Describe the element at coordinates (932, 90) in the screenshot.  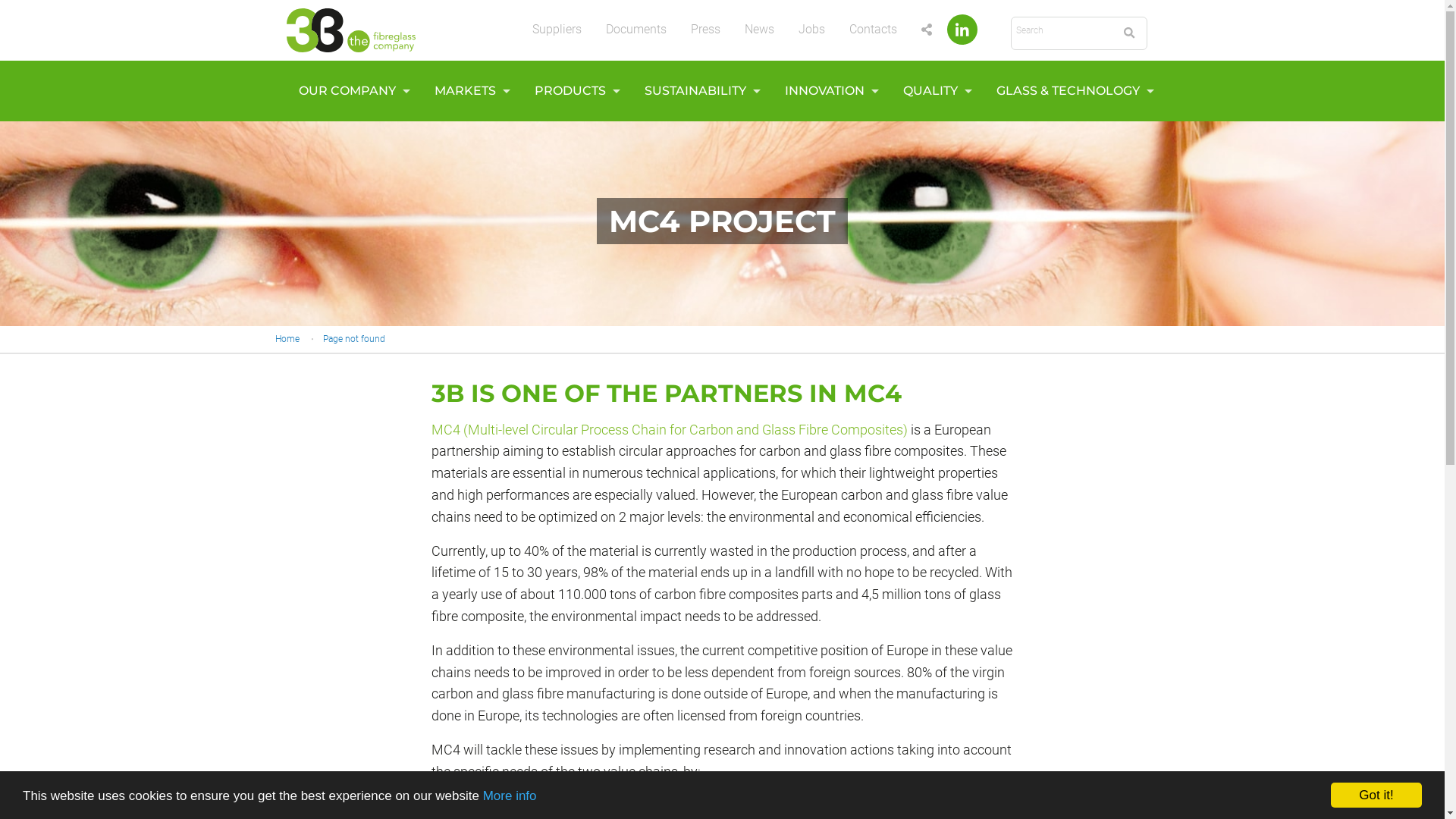
I see `'QUALITY'` at that location.